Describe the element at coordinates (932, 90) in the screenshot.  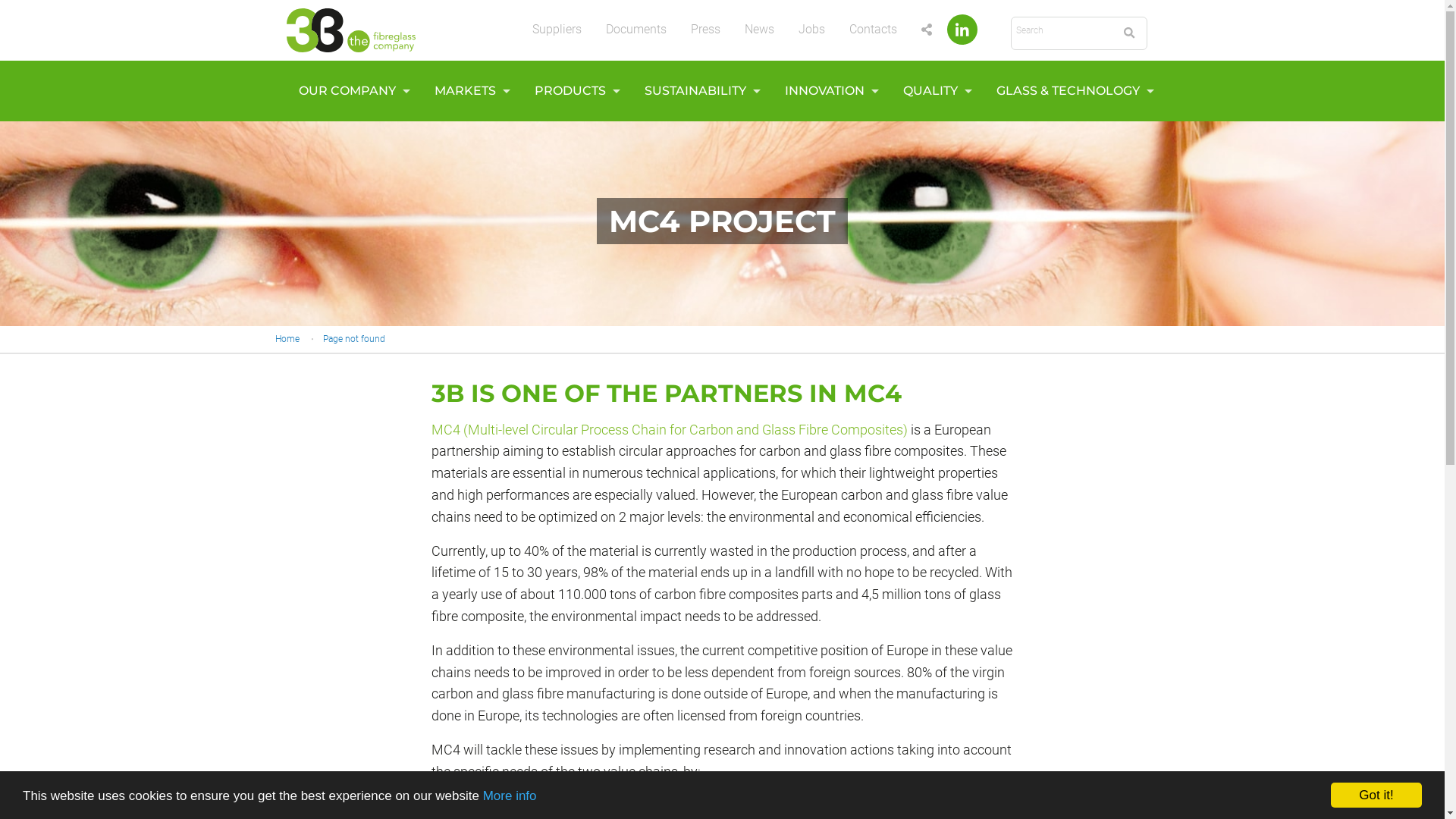
I see `'QUALITY'` at that location.